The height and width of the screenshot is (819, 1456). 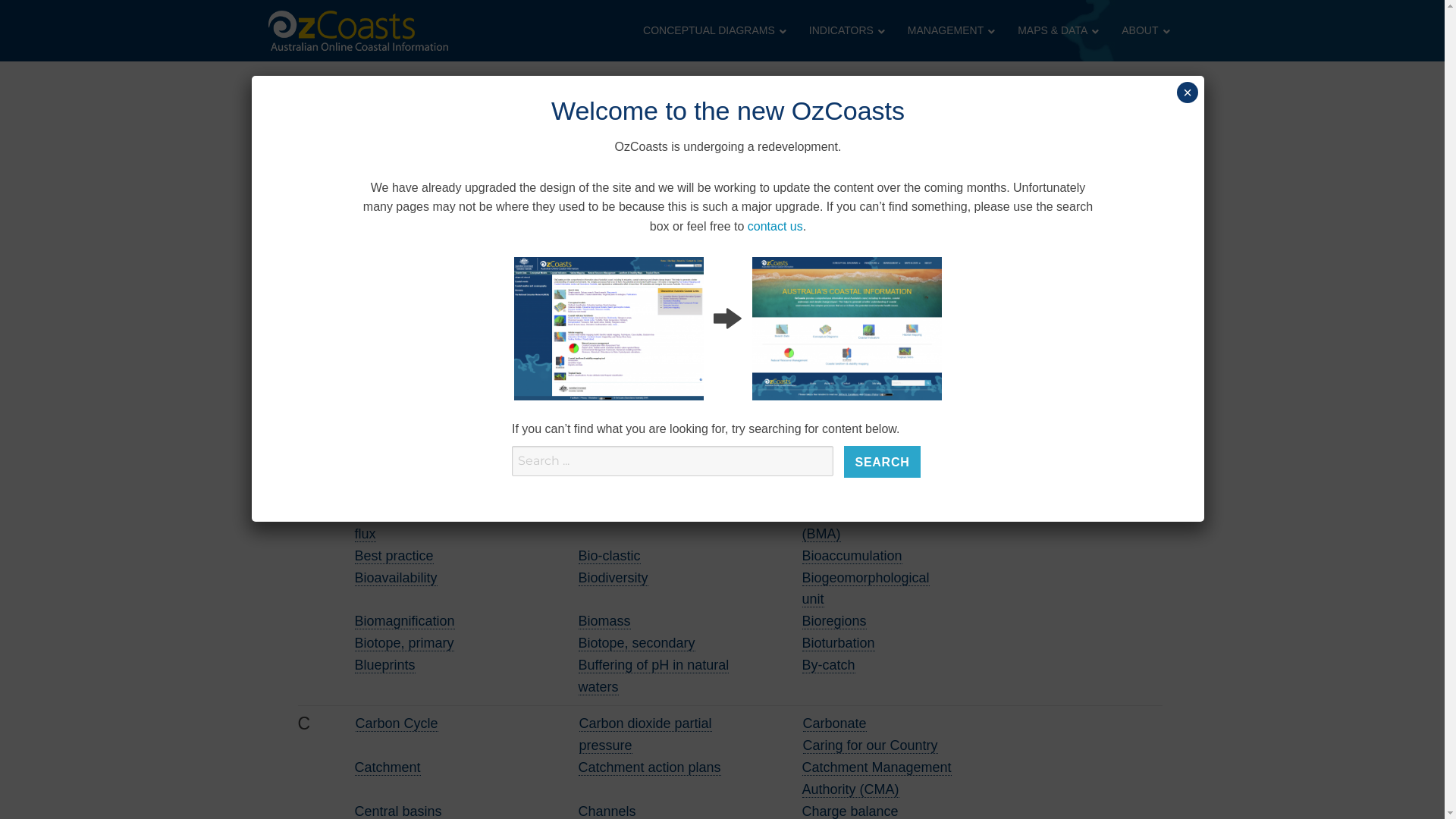 I want to click on 'Search', so click(x=881, y=461).